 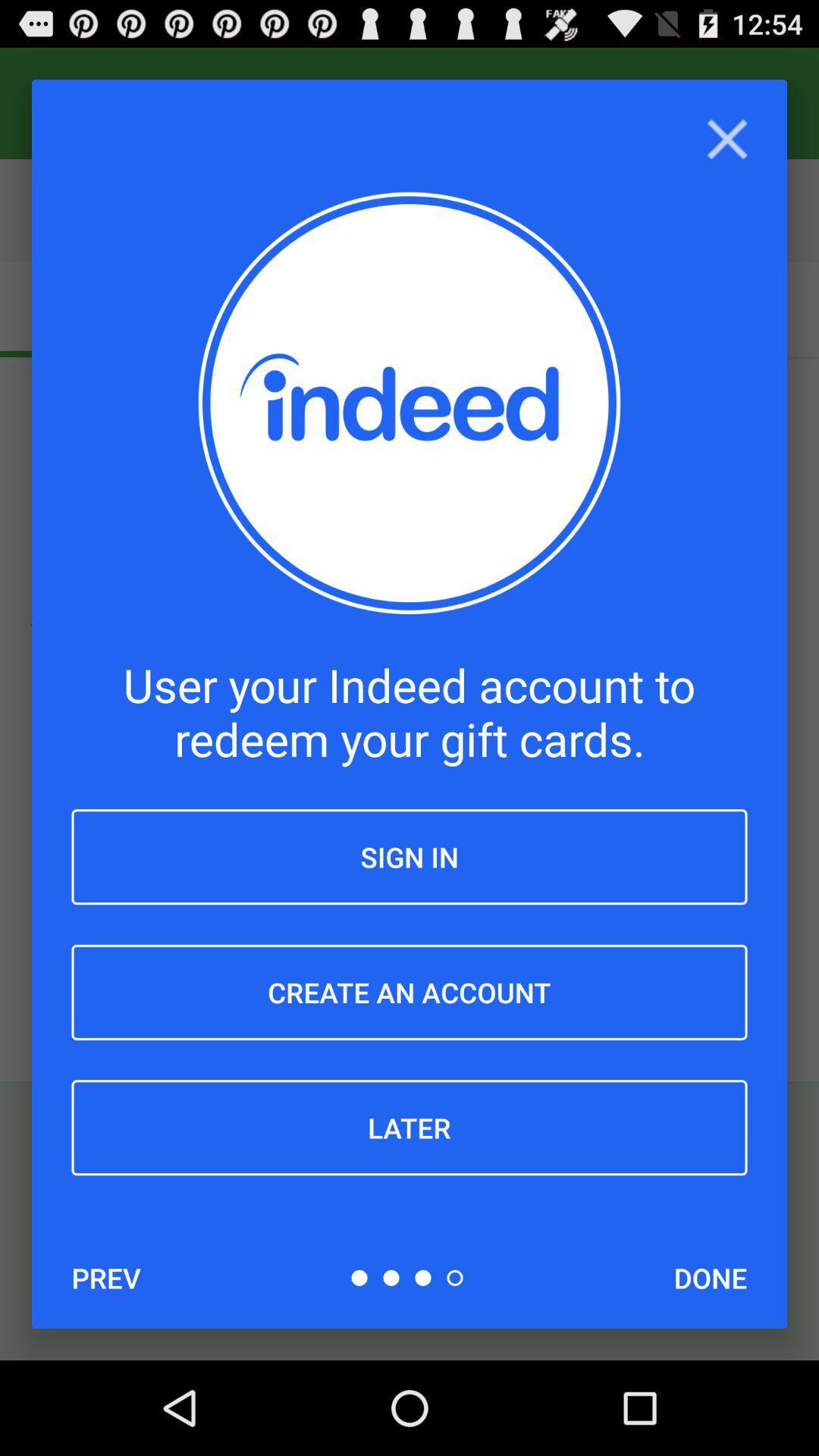 What do you see at coordinates (409, 857) in the screenshot?
I see `the icon below the user your indeed item` at bounding box center [409, 857].